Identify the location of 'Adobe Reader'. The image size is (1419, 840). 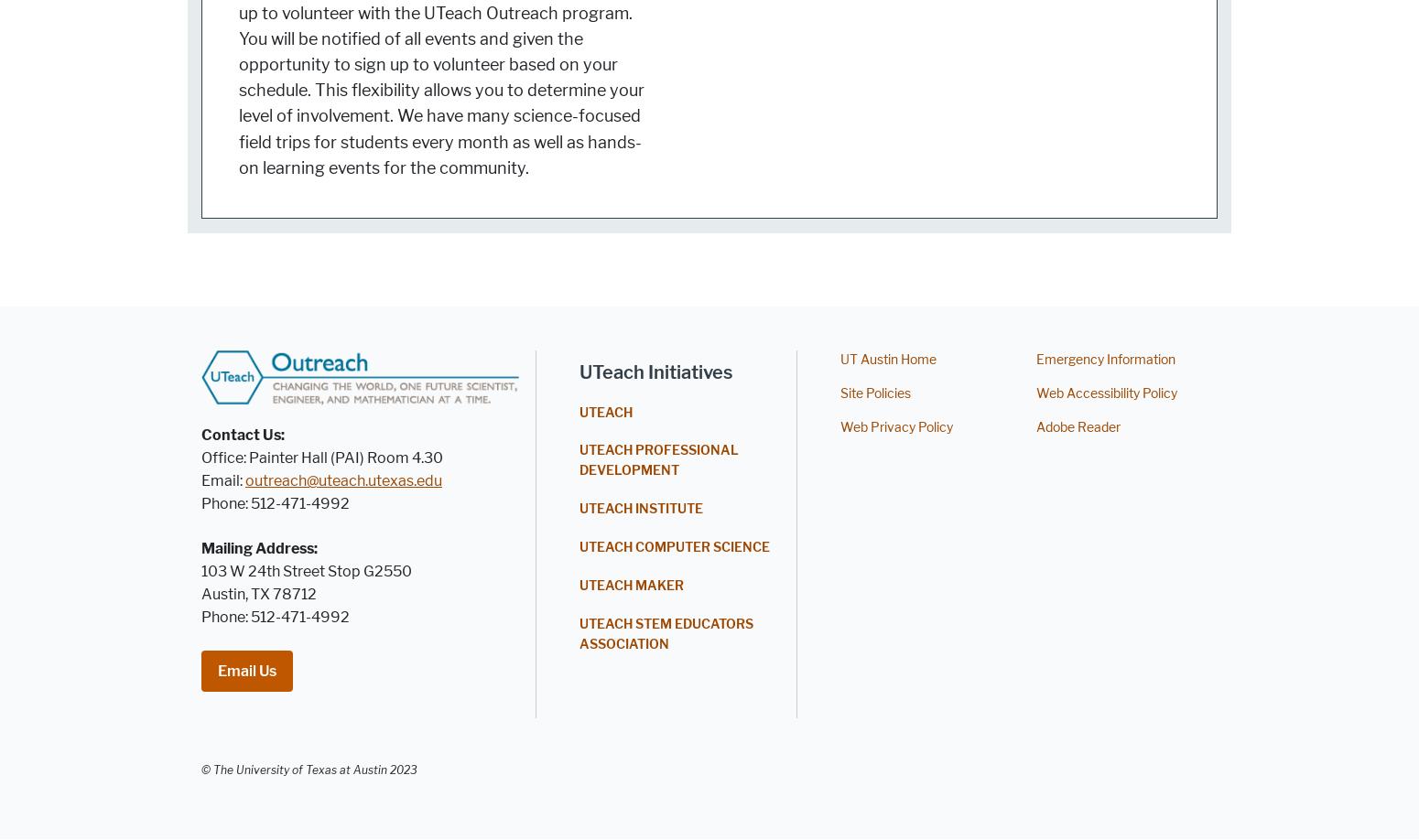
(1078, 426).